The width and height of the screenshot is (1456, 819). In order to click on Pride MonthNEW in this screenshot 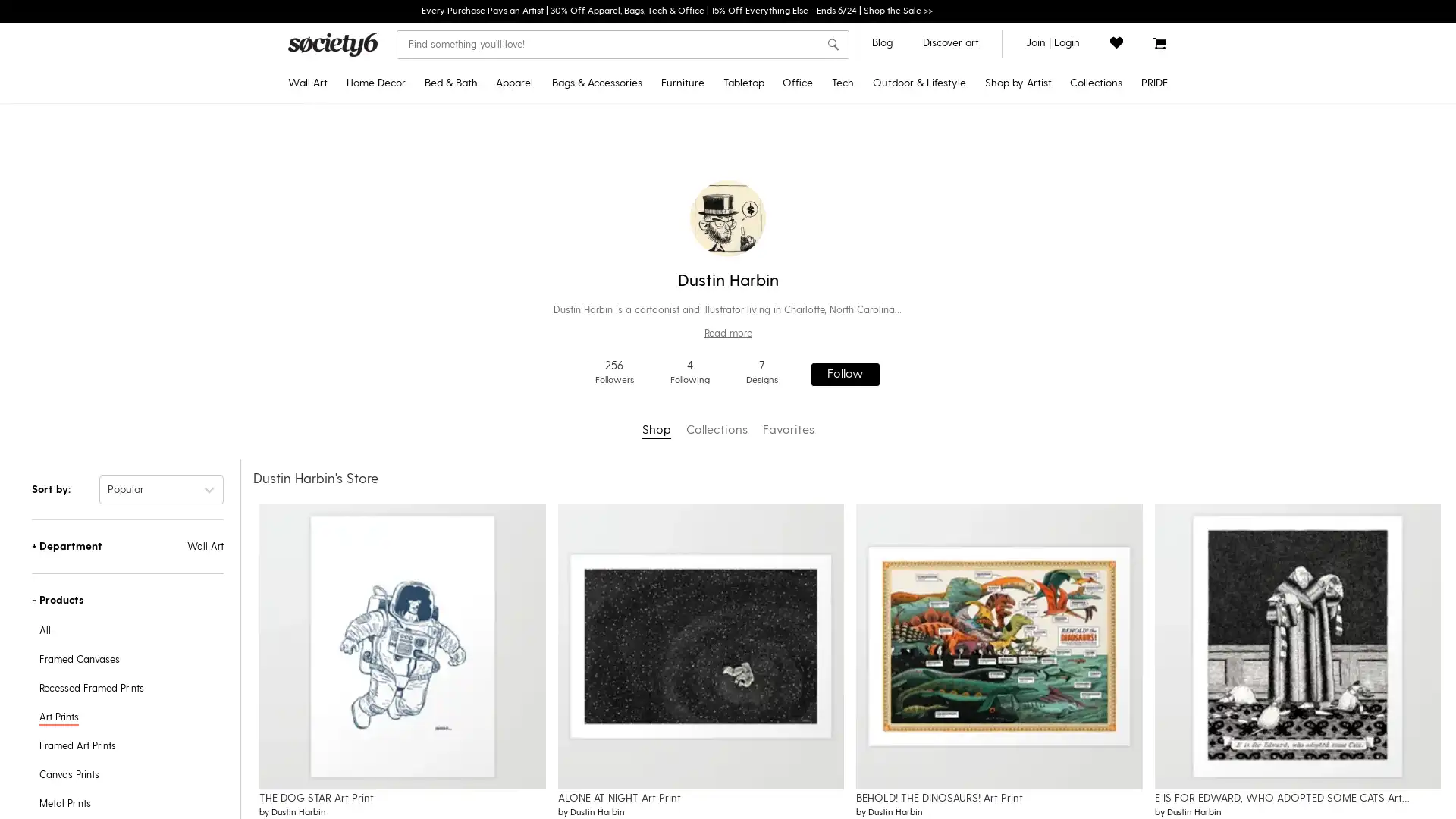, I will do `click(1040, 121)`.